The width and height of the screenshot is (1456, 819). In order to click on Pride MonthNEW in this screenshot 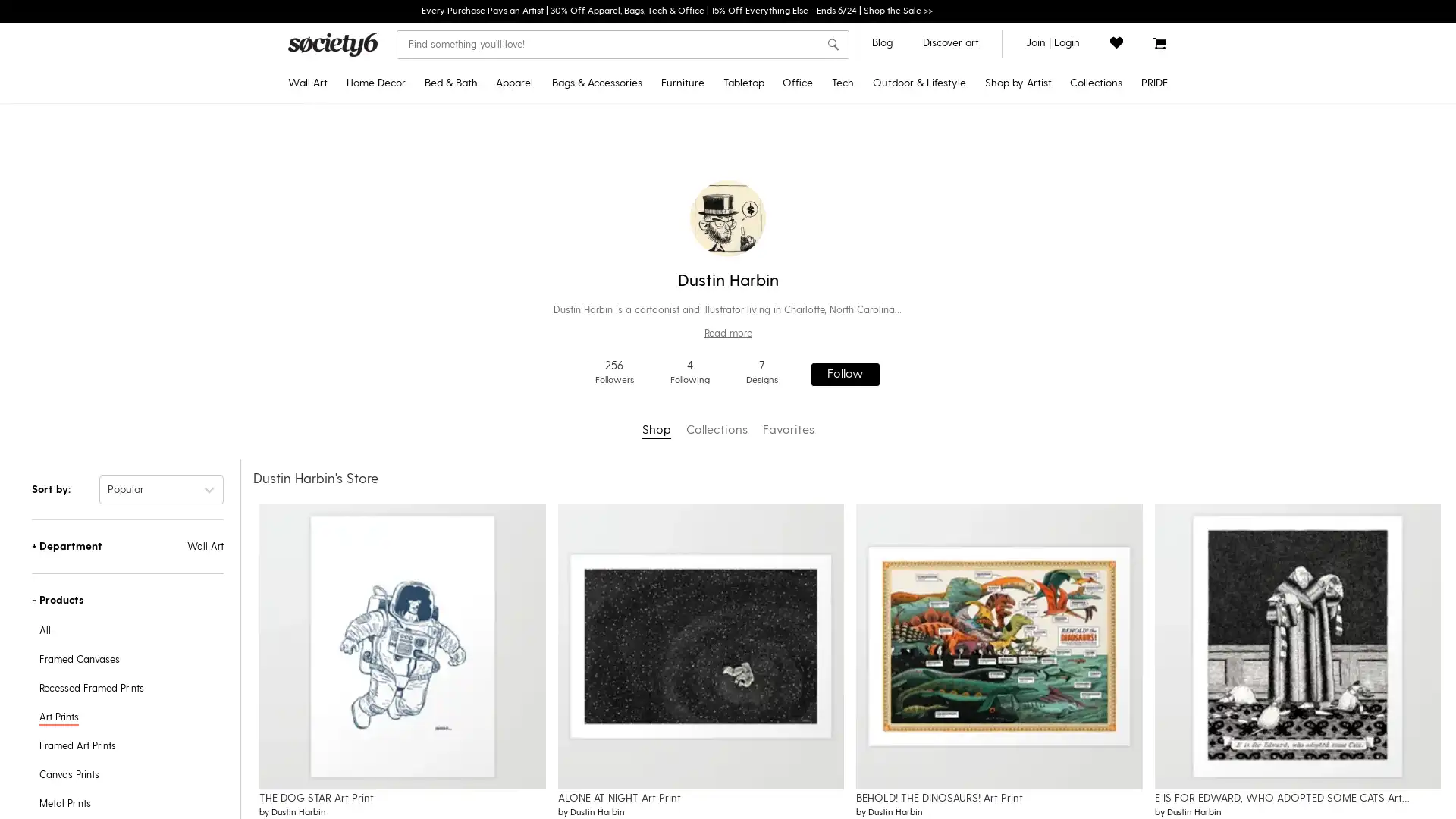, I will do `click(1040, 121)`.